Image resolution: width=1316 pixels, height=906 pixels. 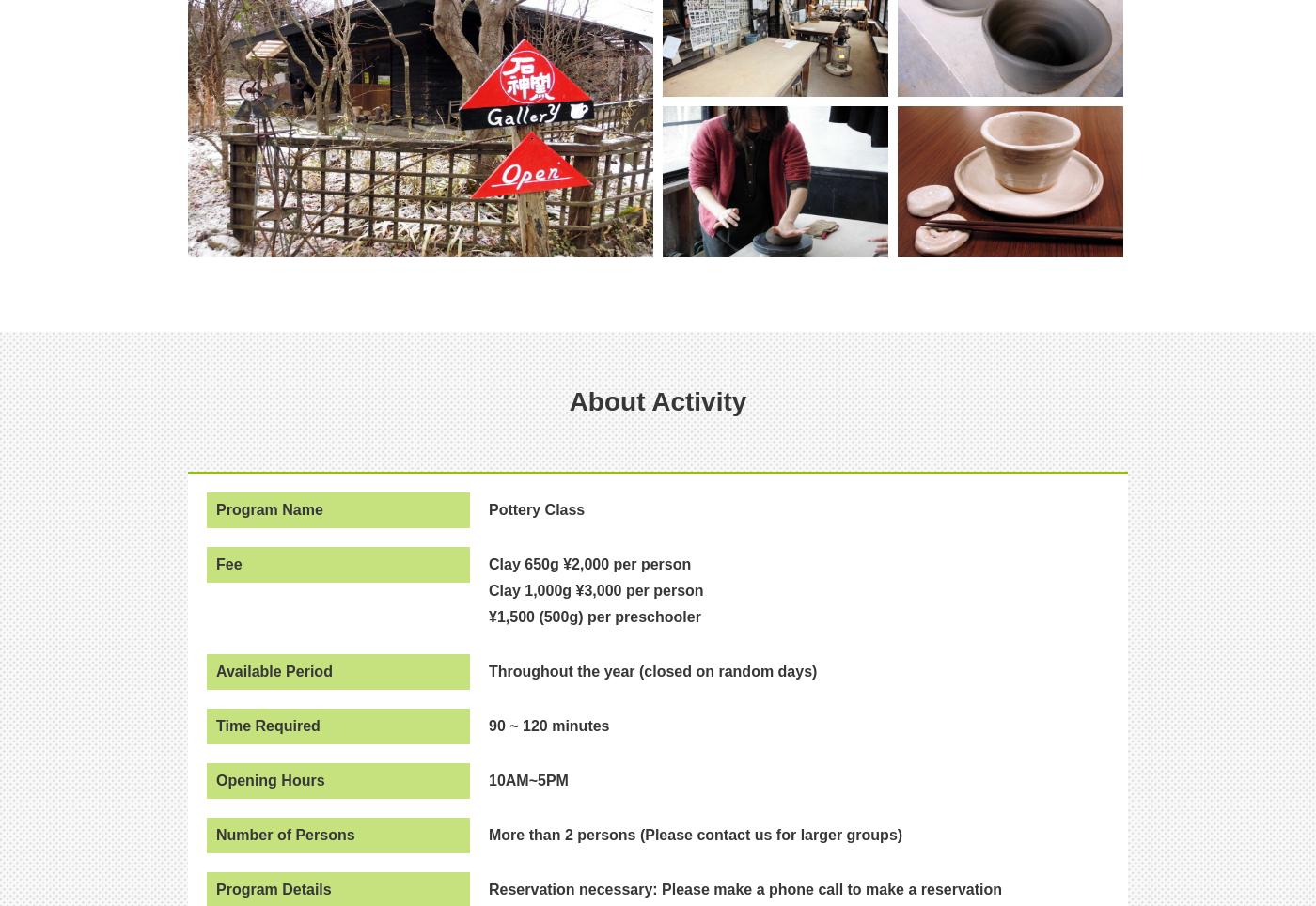 What do you see at coordinates (274, 888) in the screenshot?
I see `'Program Details'` at bounding box center [274, 888].